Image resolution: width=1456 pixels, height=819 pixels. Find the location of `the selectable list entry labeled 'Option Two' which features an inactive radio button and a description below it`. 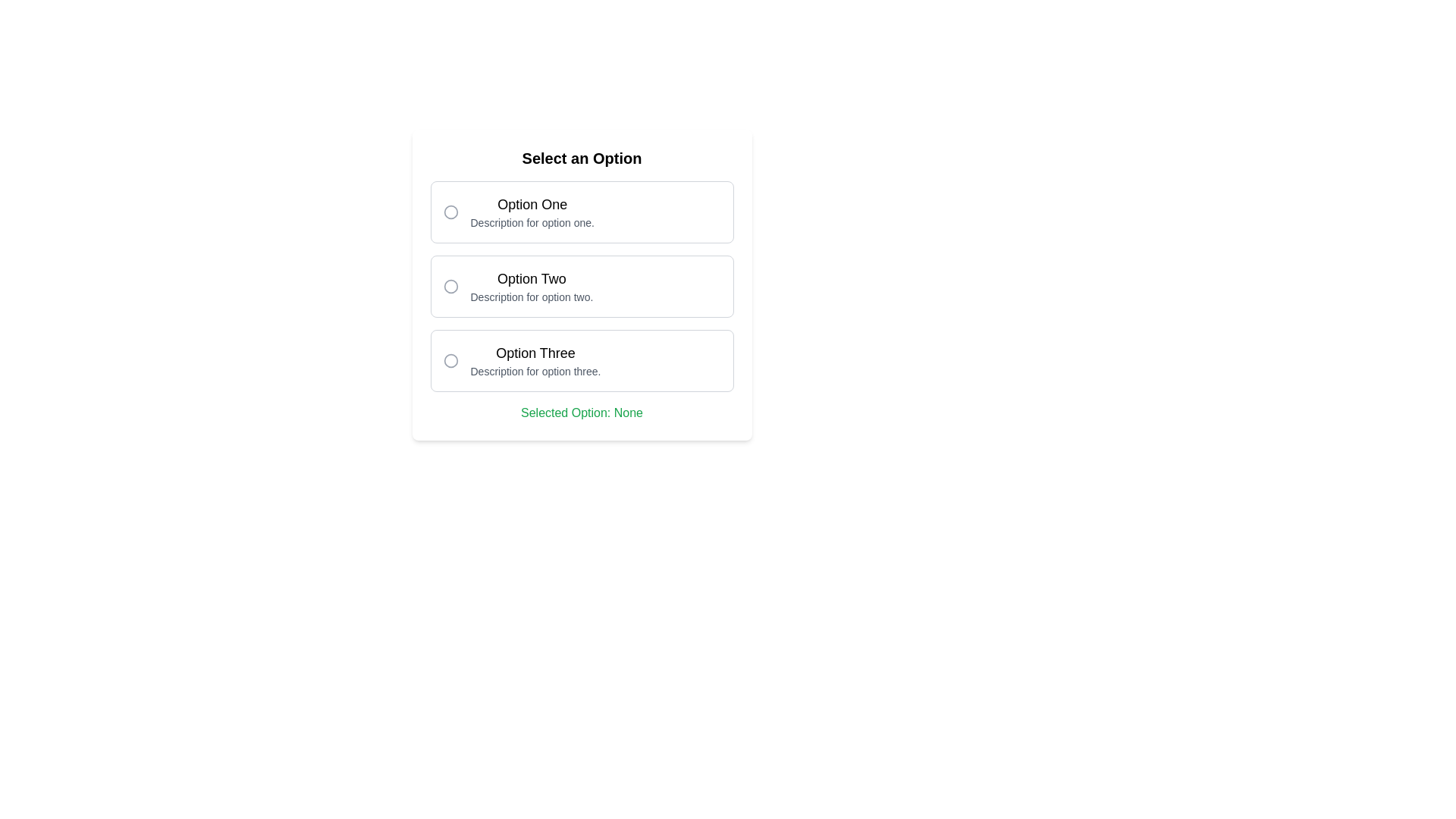

the selectable list entry labeled 'Option Two' which features an inactive radio button and a description below it is located at coordinates (581, 287).